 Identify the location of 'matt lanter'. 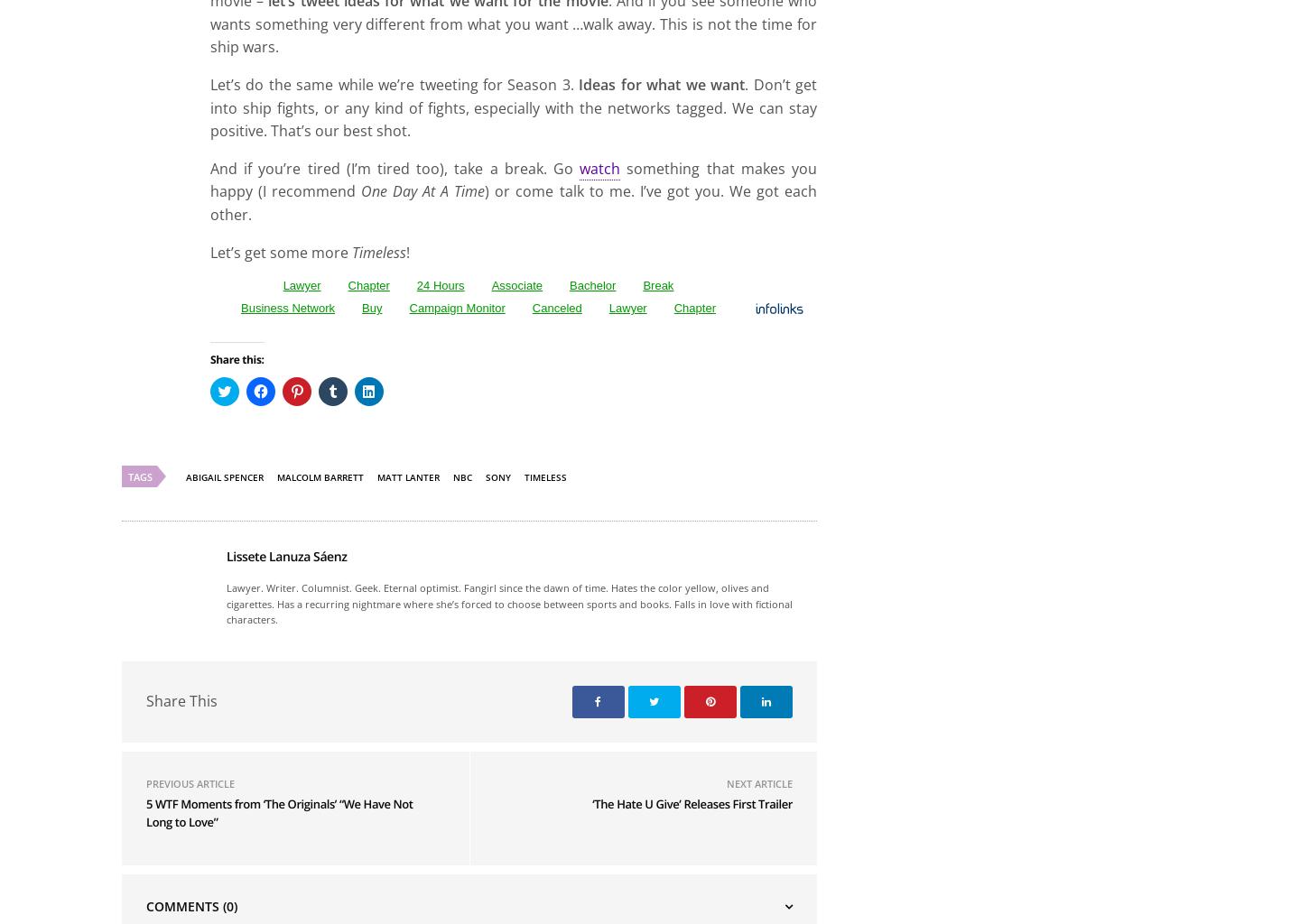
(408, 688).